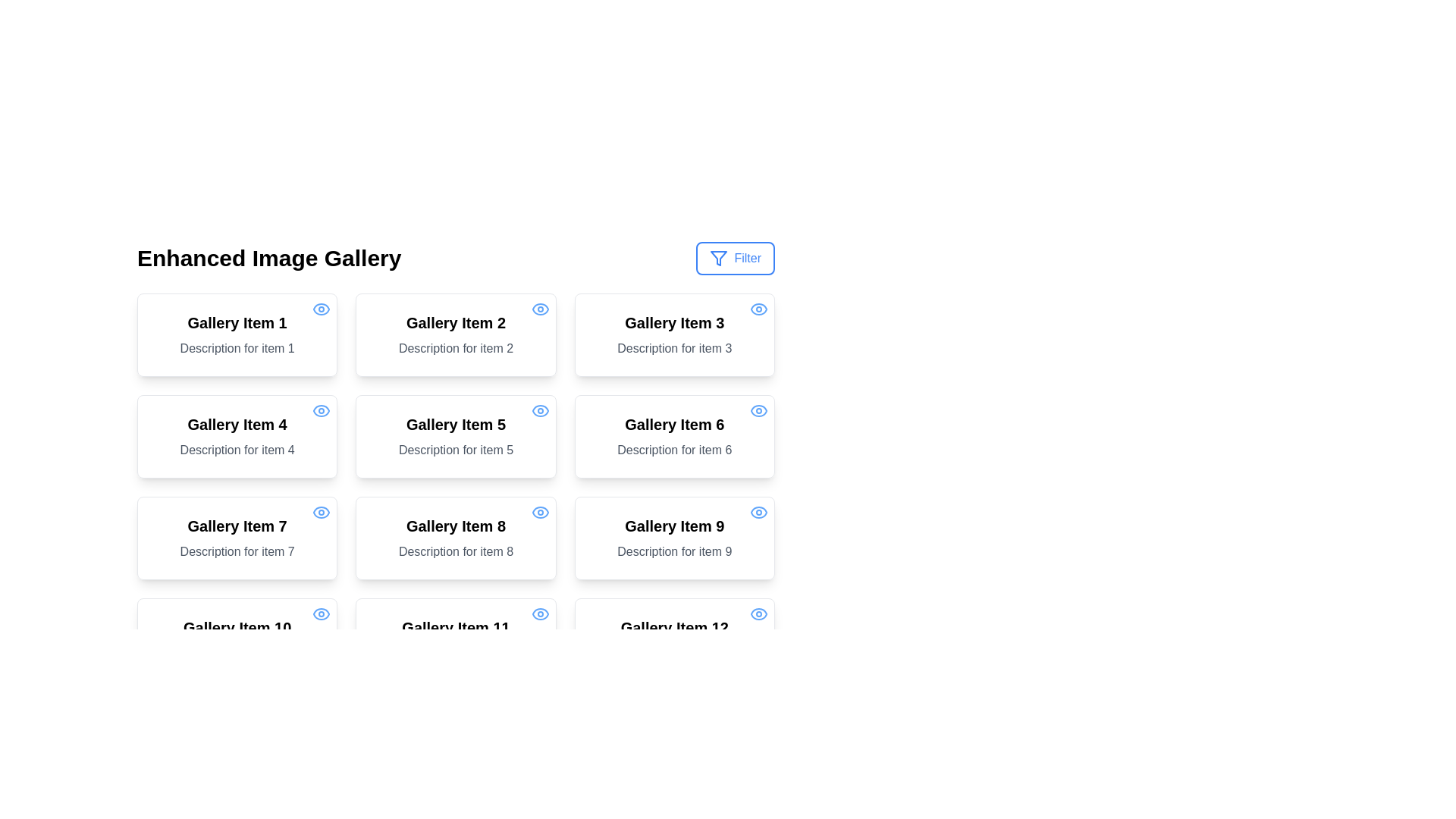 The height and width of the screenshot is (819, 1456). Describe the element at coordinates (237, 450) in the screenshot. I see `the text label providing supplementary information for 'Gallery Item 4', located in the bottom portion of the card in the second row, first column of the grid` at that location.